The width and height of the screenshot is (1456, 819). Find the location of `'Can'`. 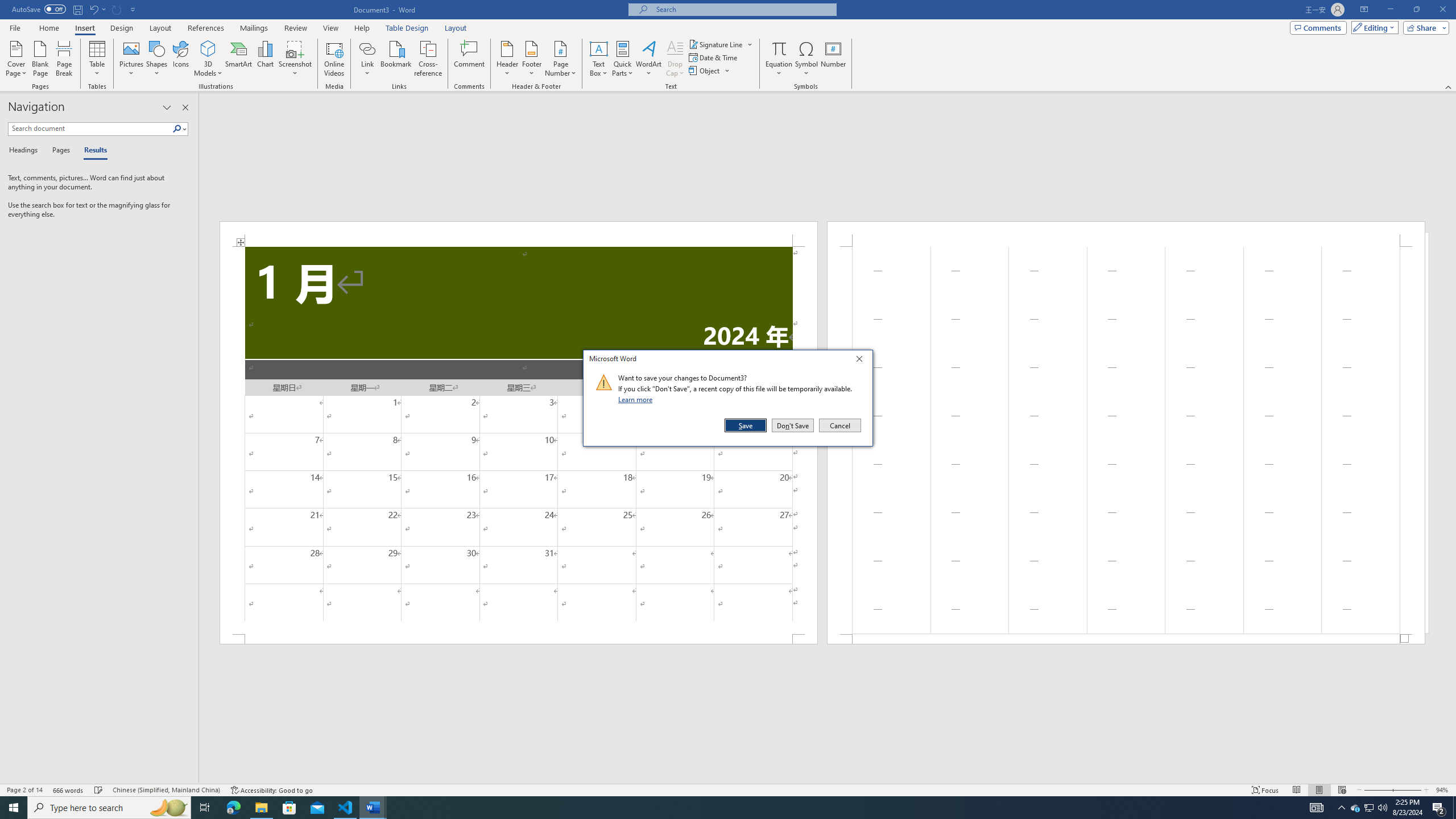

'Can' is located at coordinates (117, 9).